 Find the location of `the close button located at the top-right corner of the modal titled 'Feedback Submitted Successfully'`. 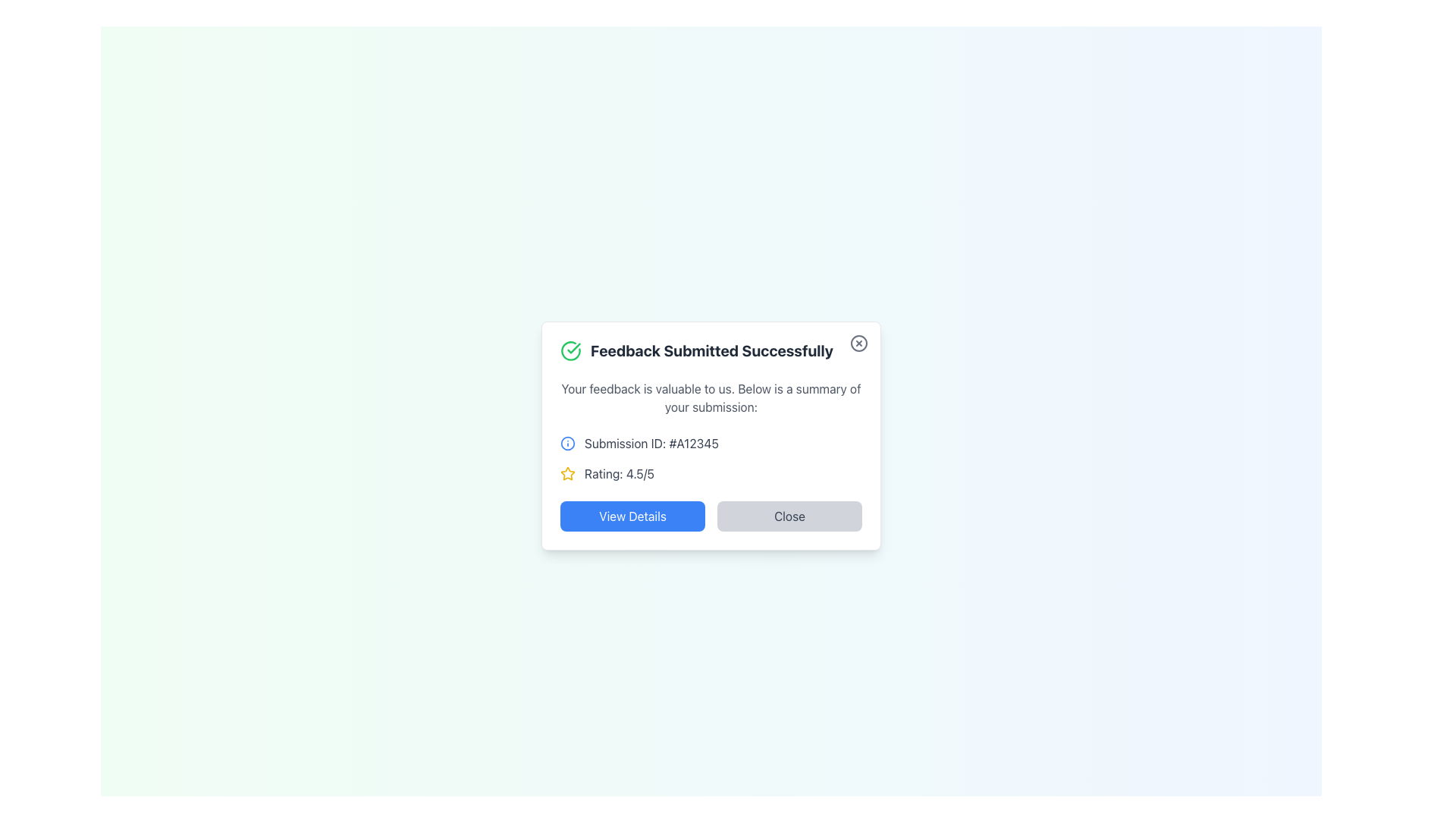

the close button located at the top-right corner of the modal titled 'Feedback Submitted Successfully' is located at coordinates (858, 343).